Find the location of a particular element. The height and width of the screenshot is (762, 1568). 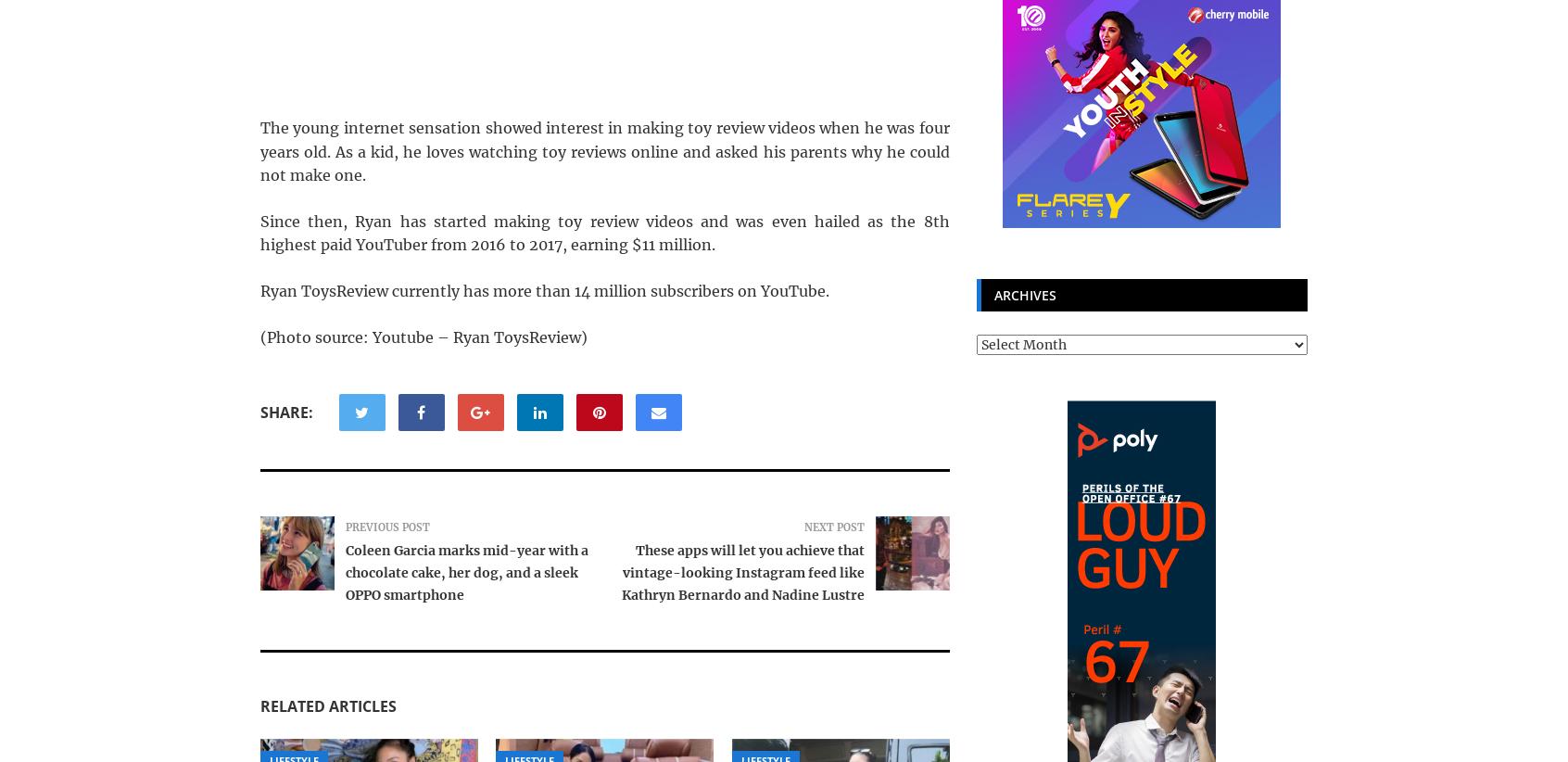

'Related Articles' is located at coordinates (328, 705).